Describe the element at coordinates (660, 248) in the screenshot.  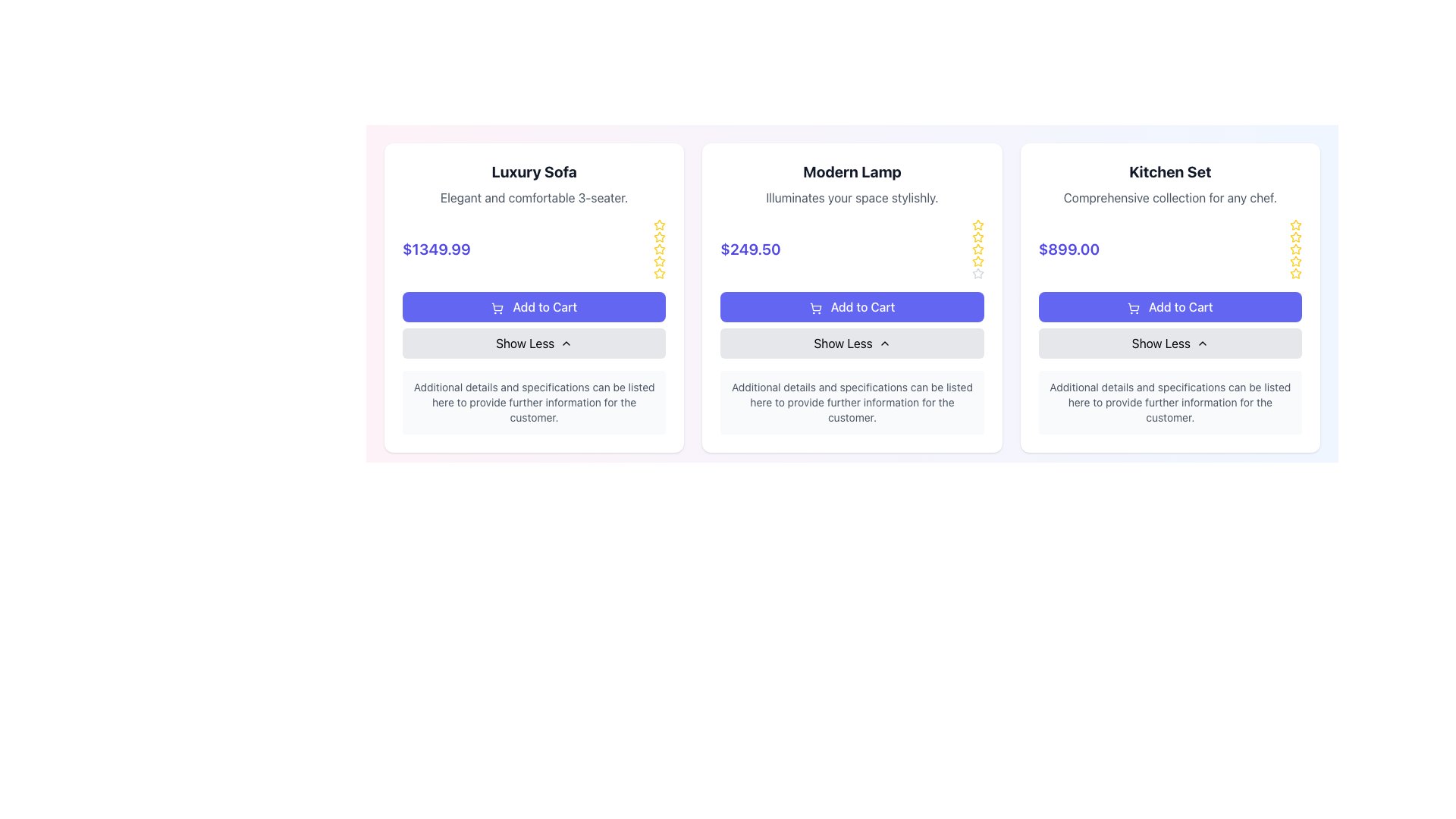
I see `the yellow star icon representing the rating for the 'Luxury Sofa' item within its detail card` at that location.